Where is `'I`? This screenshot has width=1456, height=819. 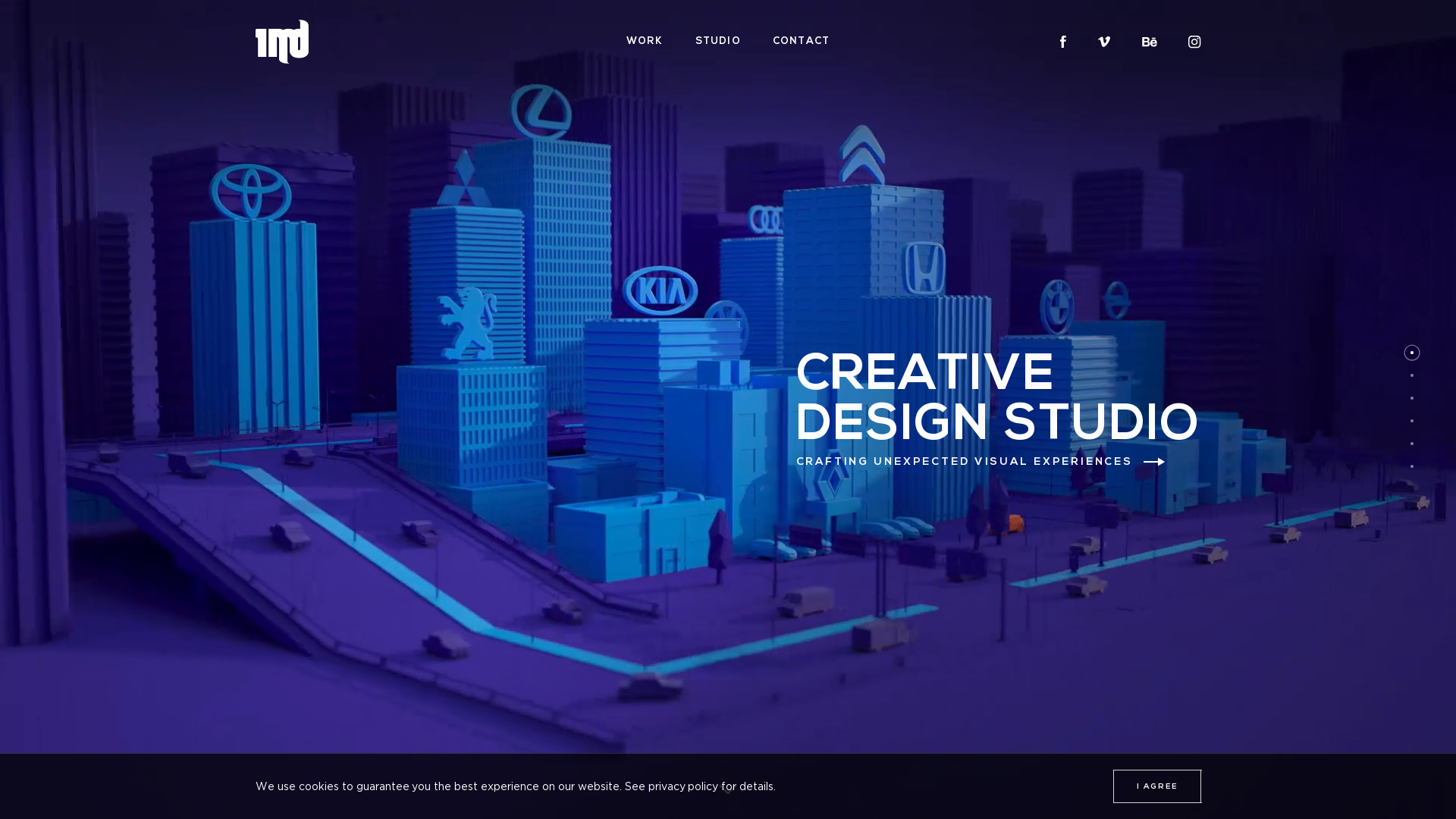
'I is located at coordinates (1156, 786).